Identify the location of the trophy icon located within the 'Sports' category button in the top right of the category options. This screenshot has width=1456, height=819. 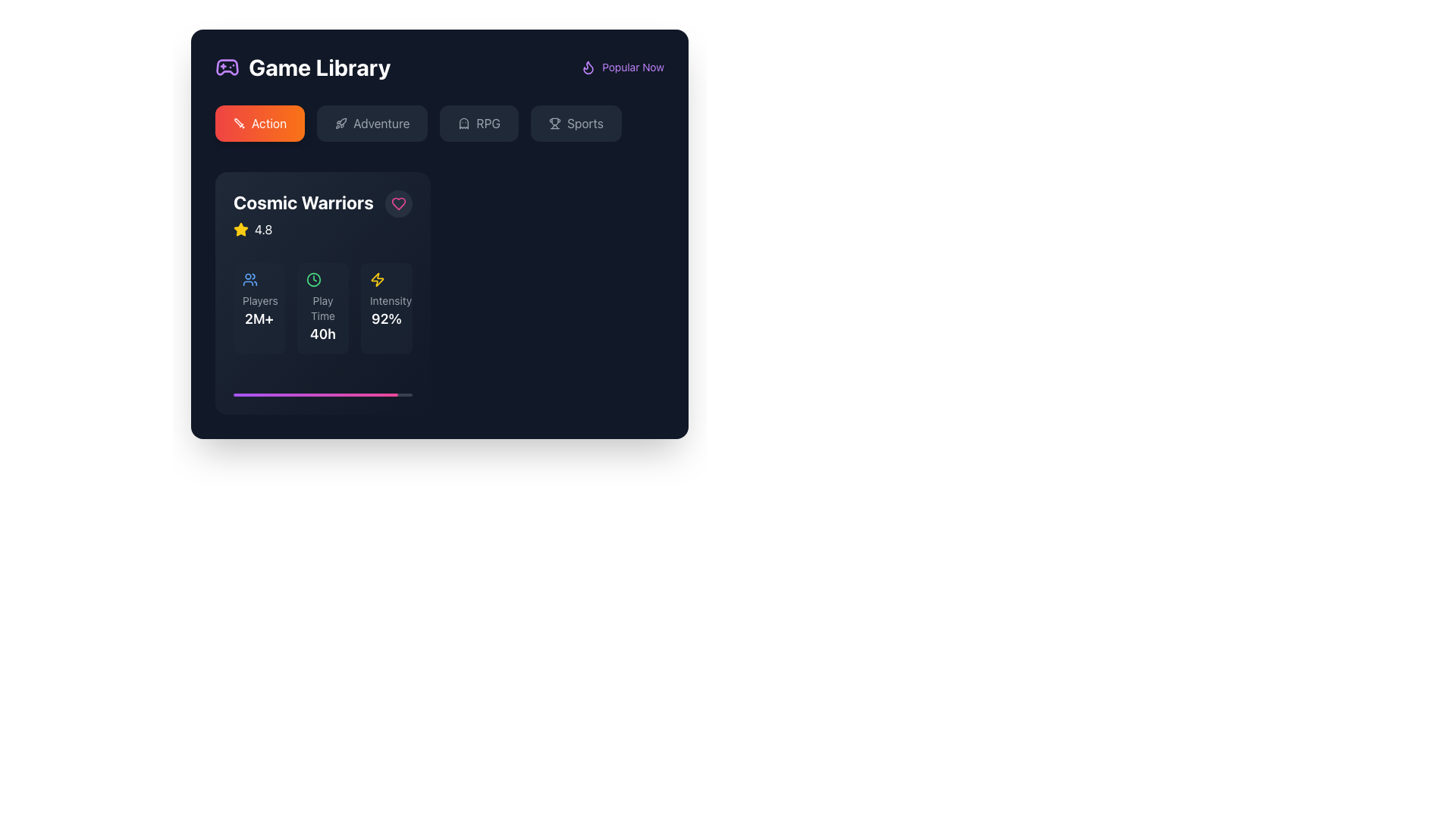
(554, 122).